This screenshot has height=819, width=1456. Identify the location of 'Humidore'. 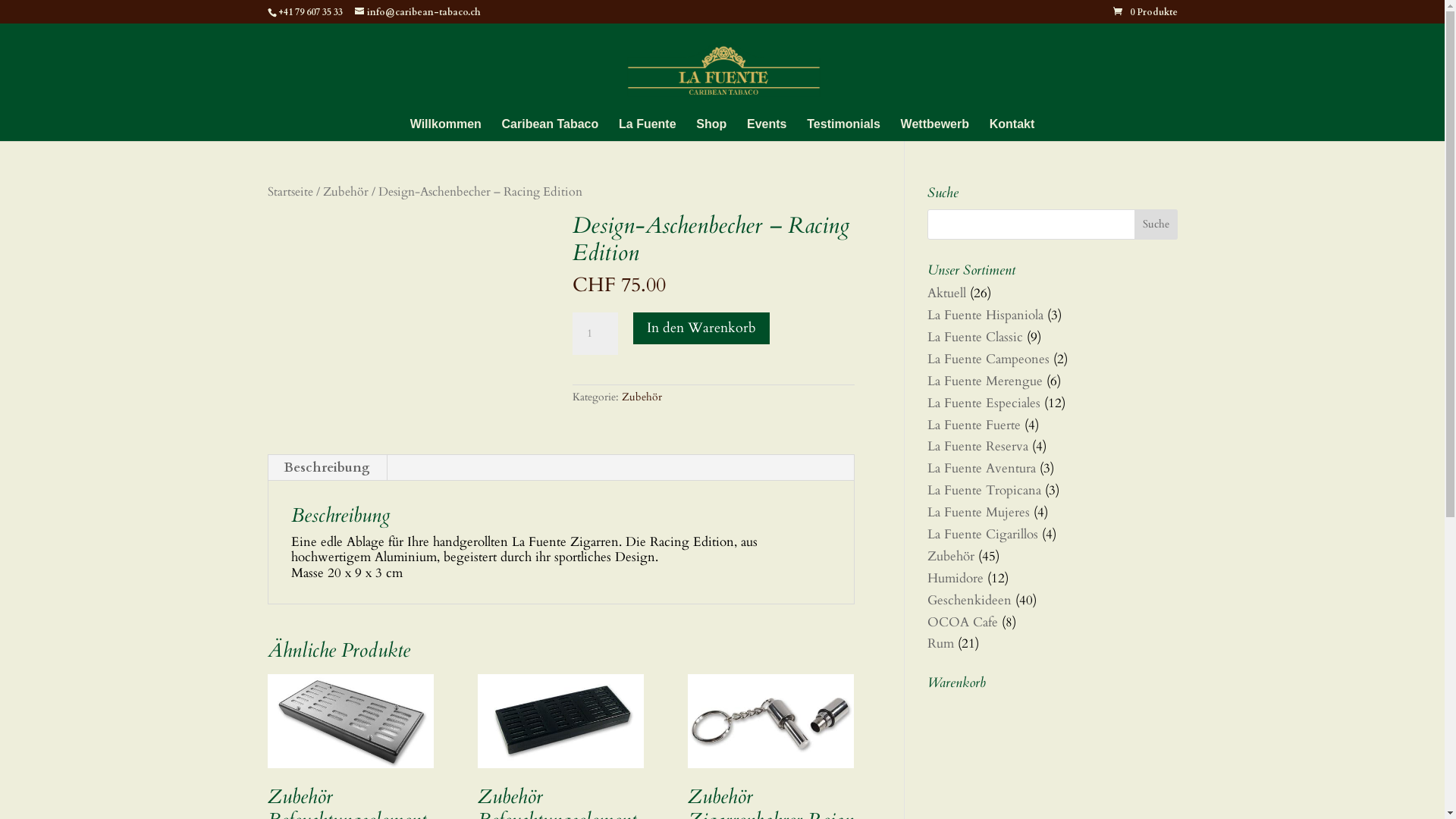
(953, 578).